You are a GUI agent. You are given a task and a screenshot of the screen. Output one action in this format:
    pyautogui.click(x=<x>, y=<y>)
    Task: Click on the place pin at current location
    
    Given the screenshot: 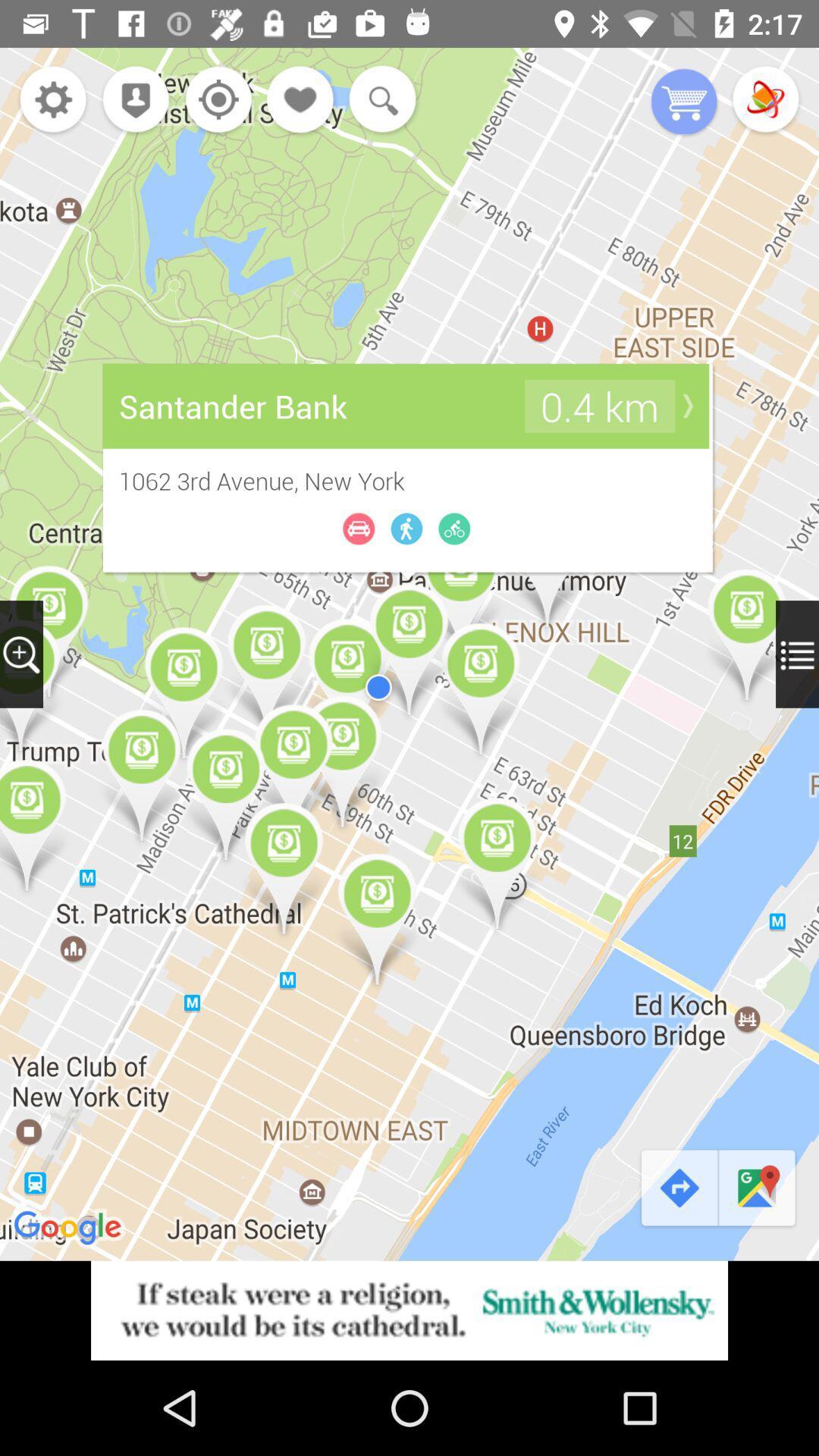 What is the action you would take?
    pyautogui.click(x=130, y=100)
    